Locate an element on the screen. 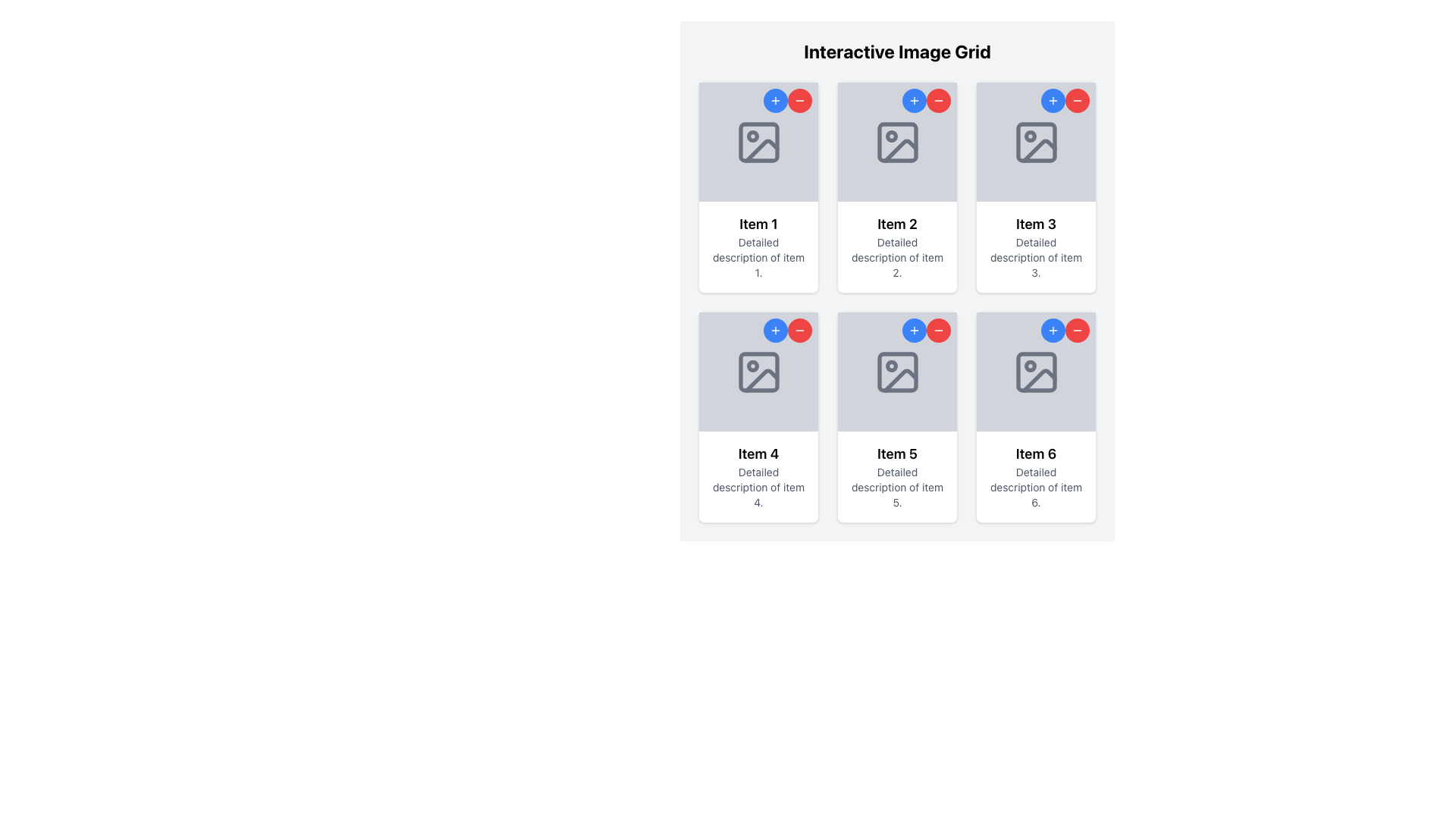 The image size is (1456, 819). the second circular button at the top-right corner of the first item in the grid layout to decrement the item quantity is located at coordinates (799, 100).